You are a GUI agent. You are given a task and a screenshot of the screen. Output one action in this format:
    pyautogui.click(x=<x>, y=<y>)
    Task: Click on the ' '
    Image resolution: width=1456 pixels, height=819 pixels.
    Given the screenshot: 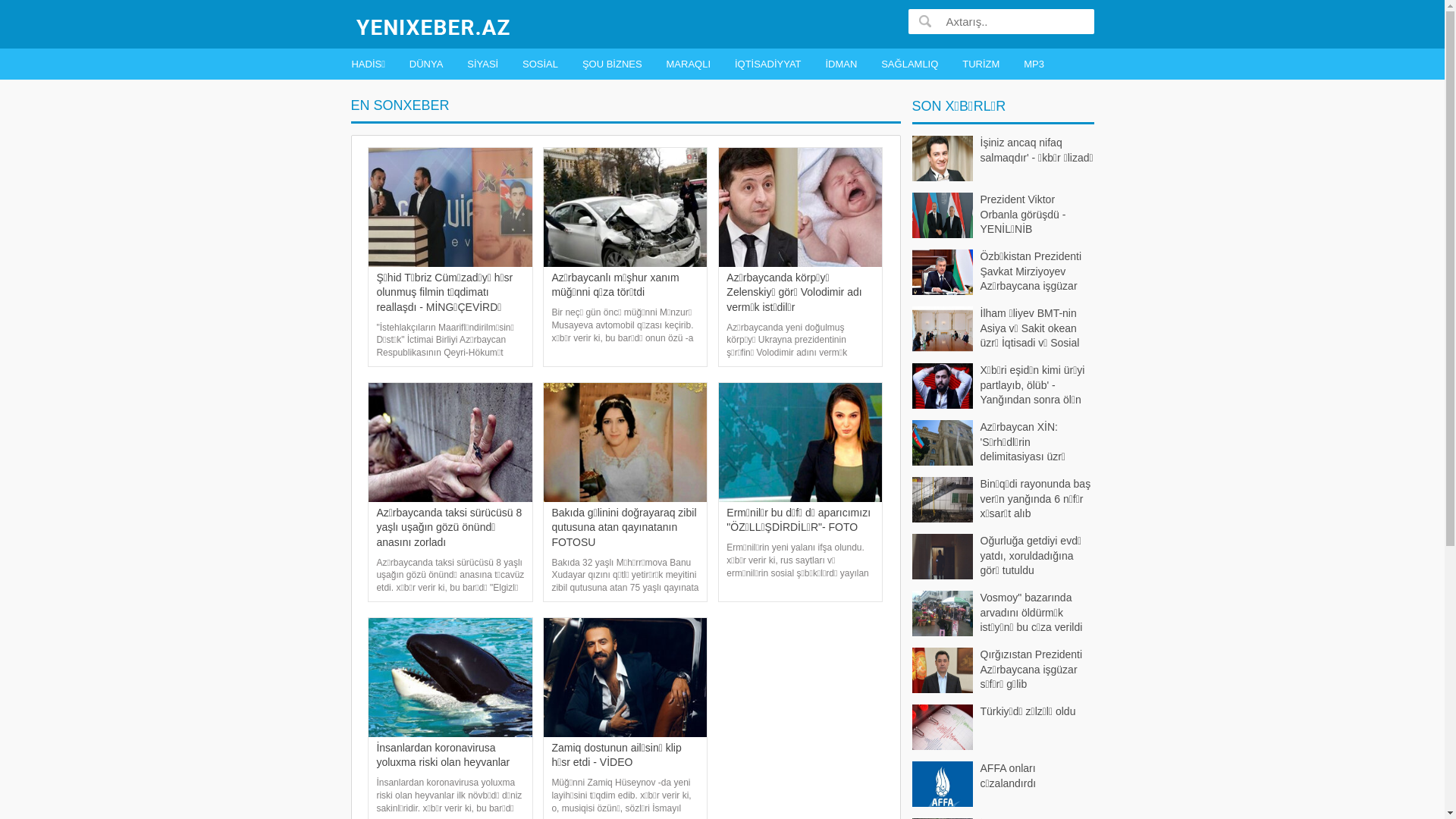 What is the action you would take?
    pyautogui.click(x=924, y=20)
    